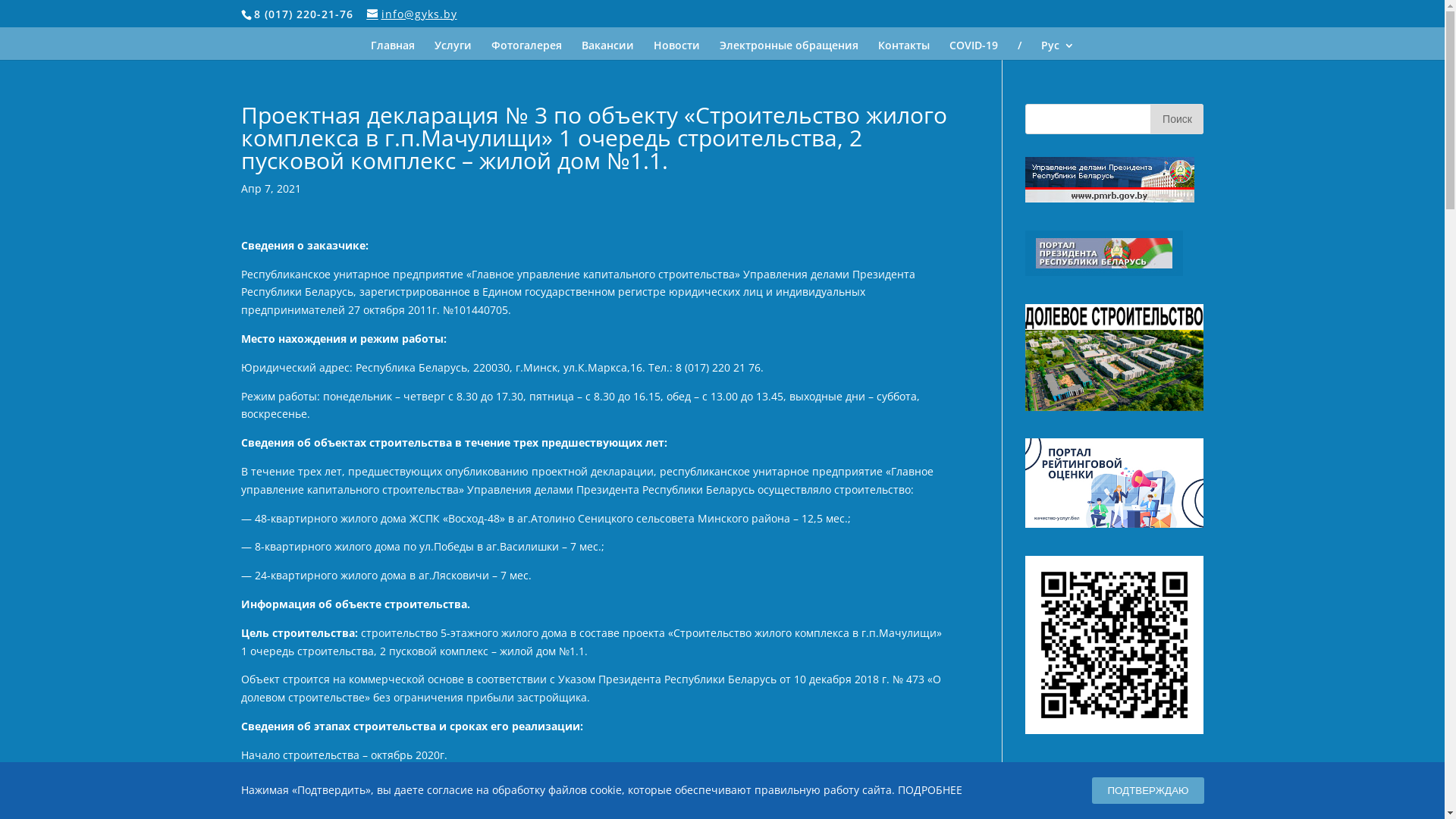 Image resolution: width=1456 pixels, height=819 pixels. Describe the element at coordinates (973, 49) in the screenshot. I see `'COVID-19'` at that location.